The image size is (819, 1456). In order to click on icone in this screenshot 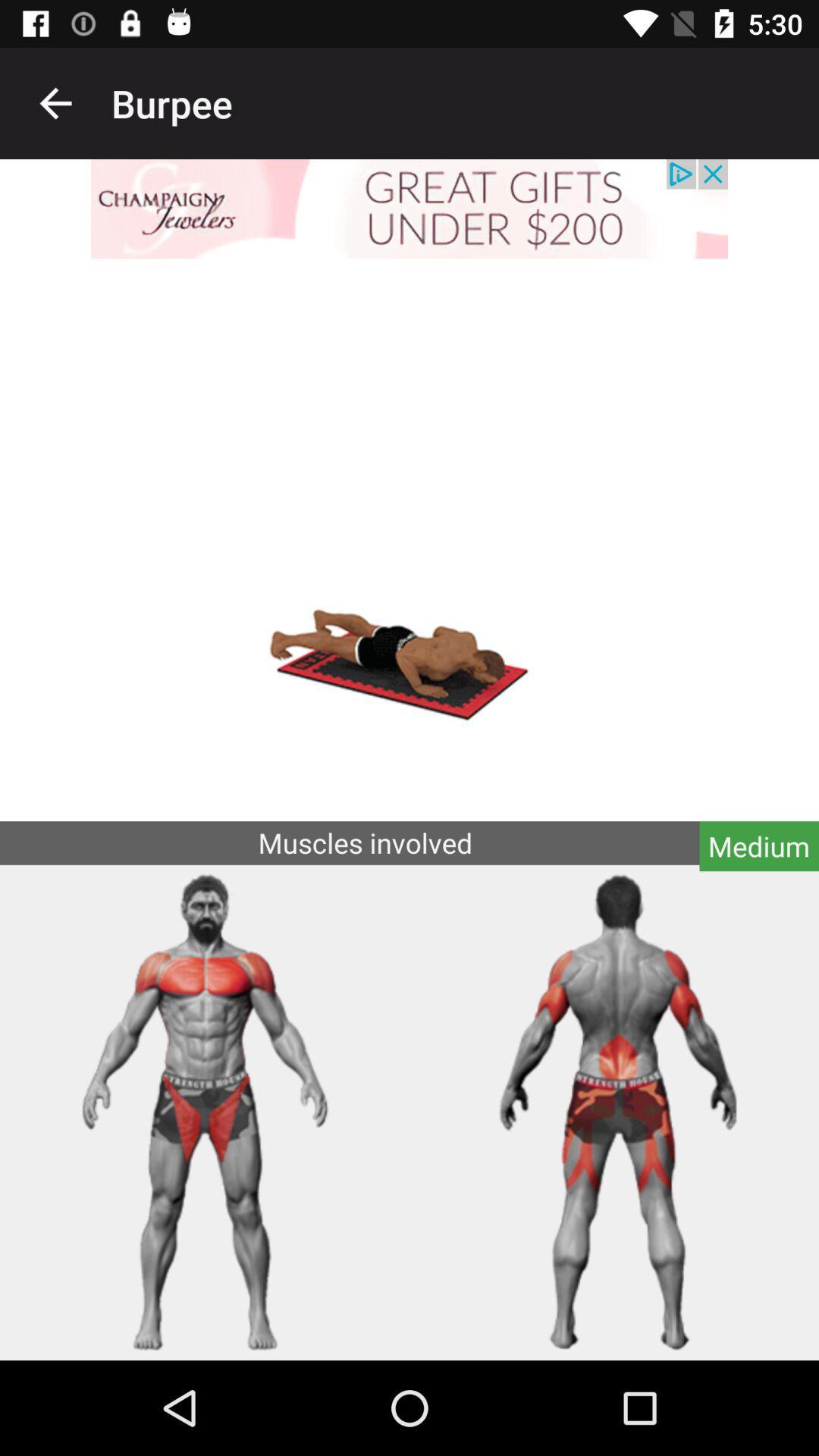, I will do `click(409, 208)`.